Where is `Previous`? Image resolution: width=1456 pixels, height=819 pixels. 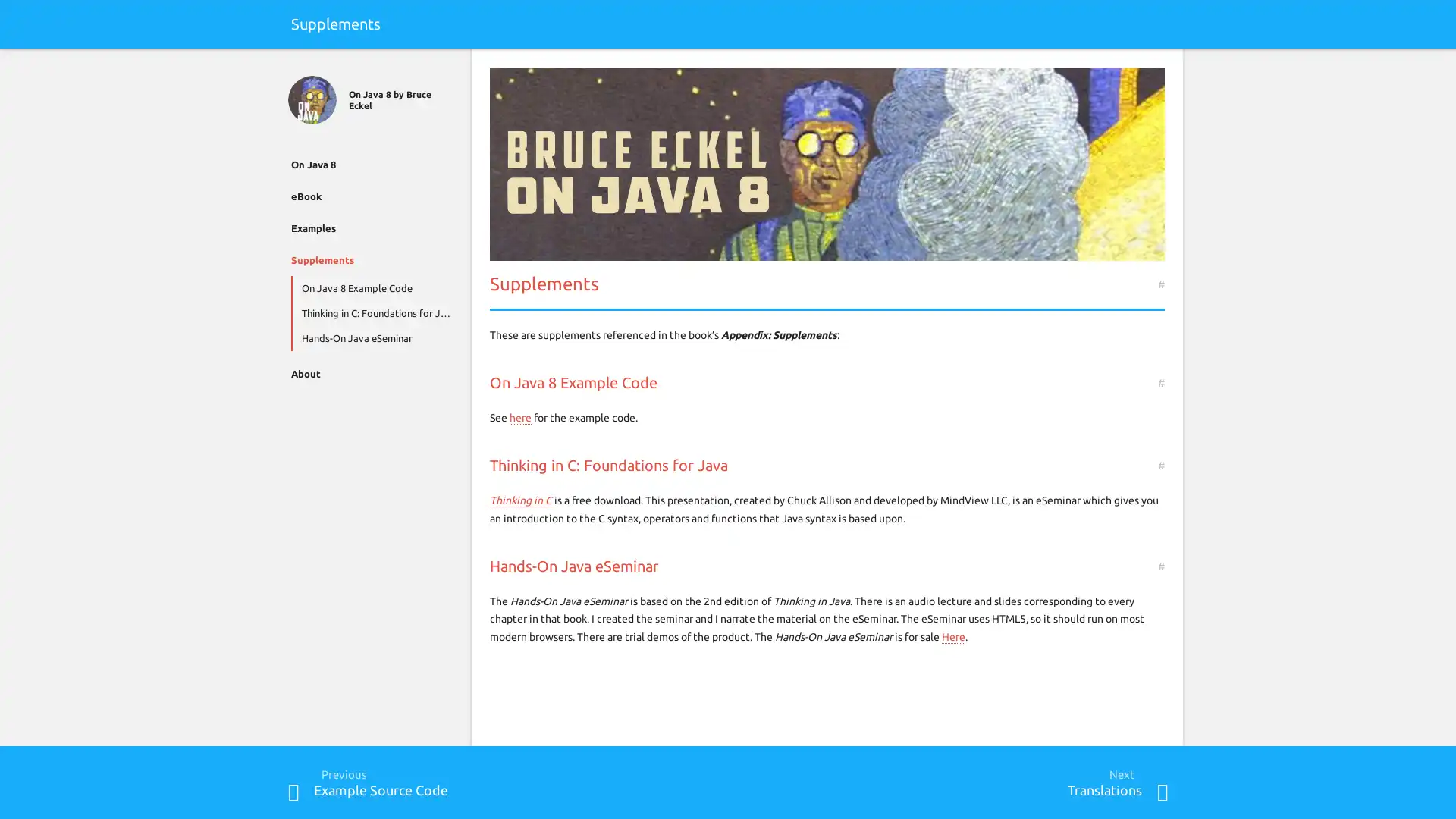
Previous is located at coordinates (293, 791).